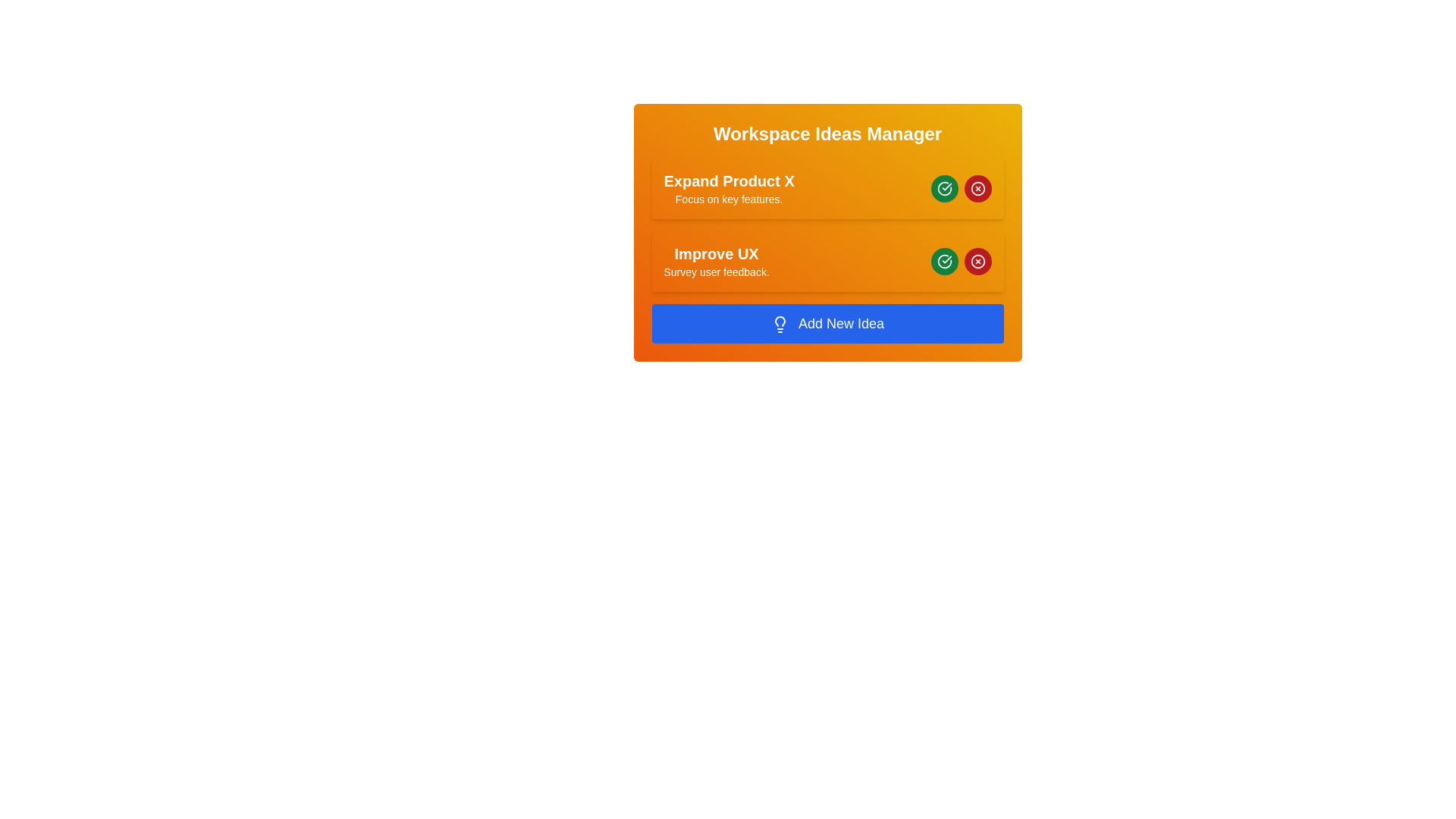  What do you see at coordinates (977, 188) in the screenshot?
I see `the delete icon button associated with 'Improve UX'` at bounding box center [977, 188].